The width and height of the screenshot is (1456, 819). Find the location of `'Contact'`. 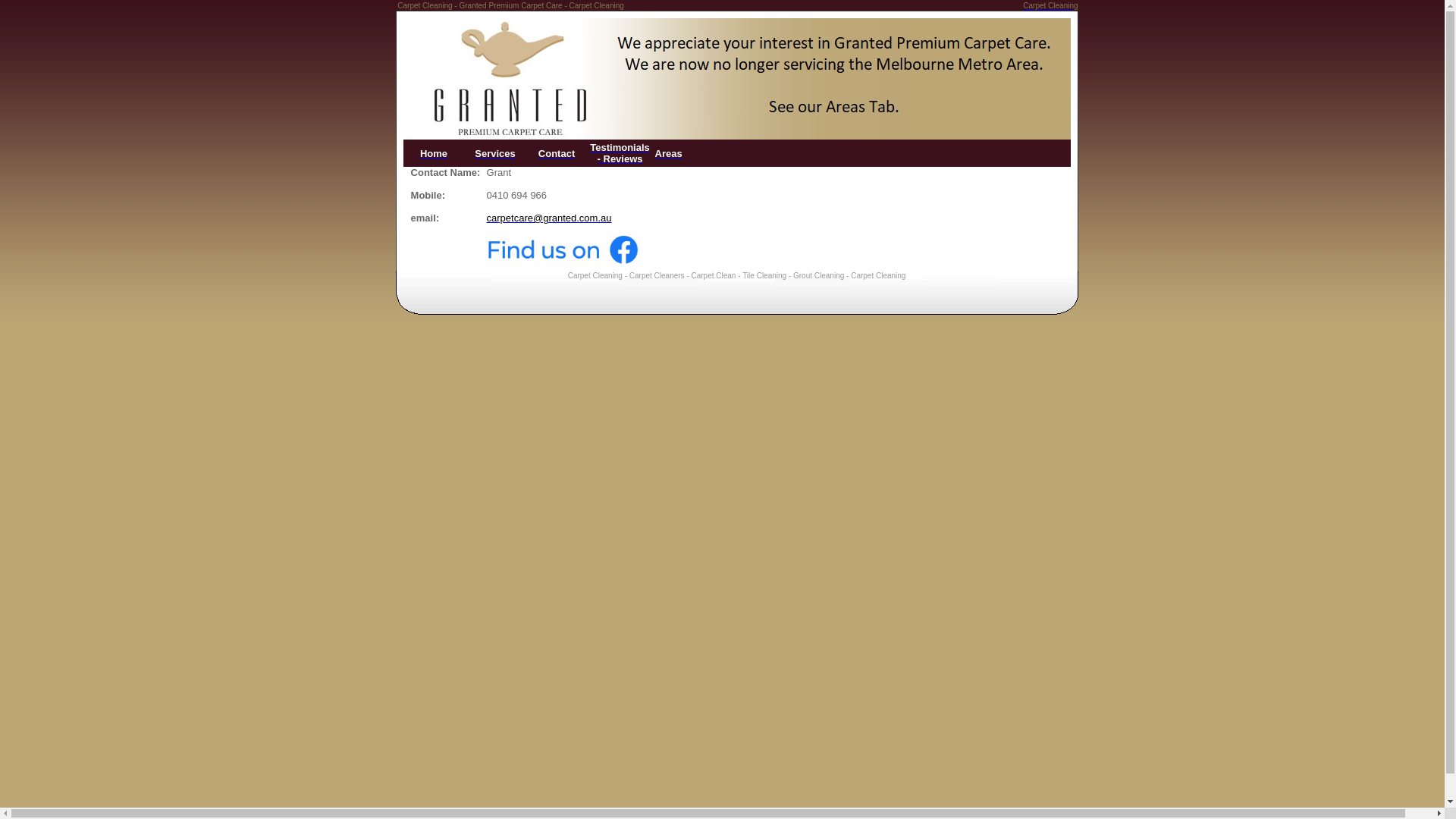

'Contact' is located at coordinates (556, 152).